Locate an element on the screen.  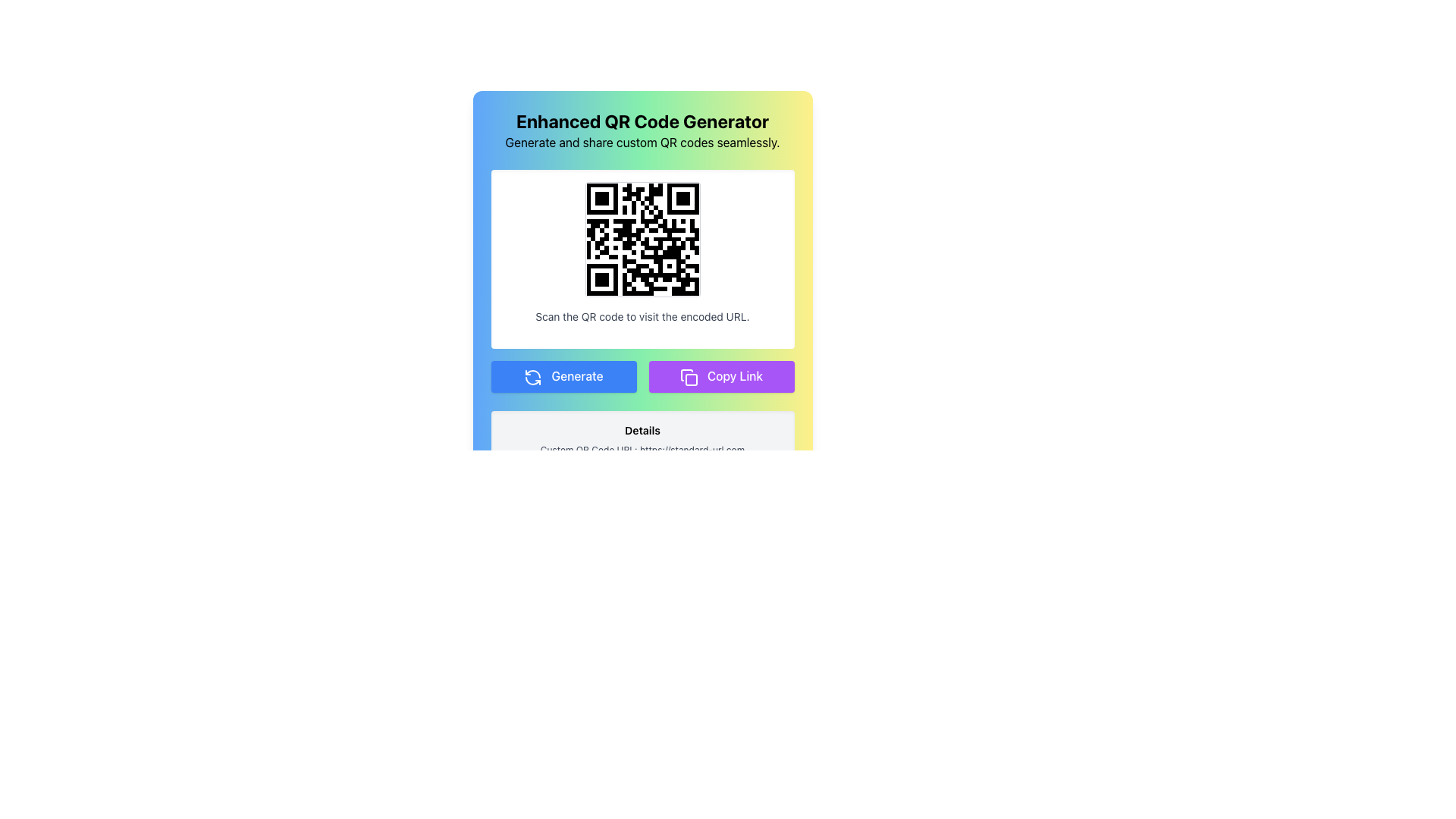
the copy icon located inside the purple 'Copy Link' button, which is positioned below the QR code and next to the green 'Generate' button is located at coordinates (688, 376).